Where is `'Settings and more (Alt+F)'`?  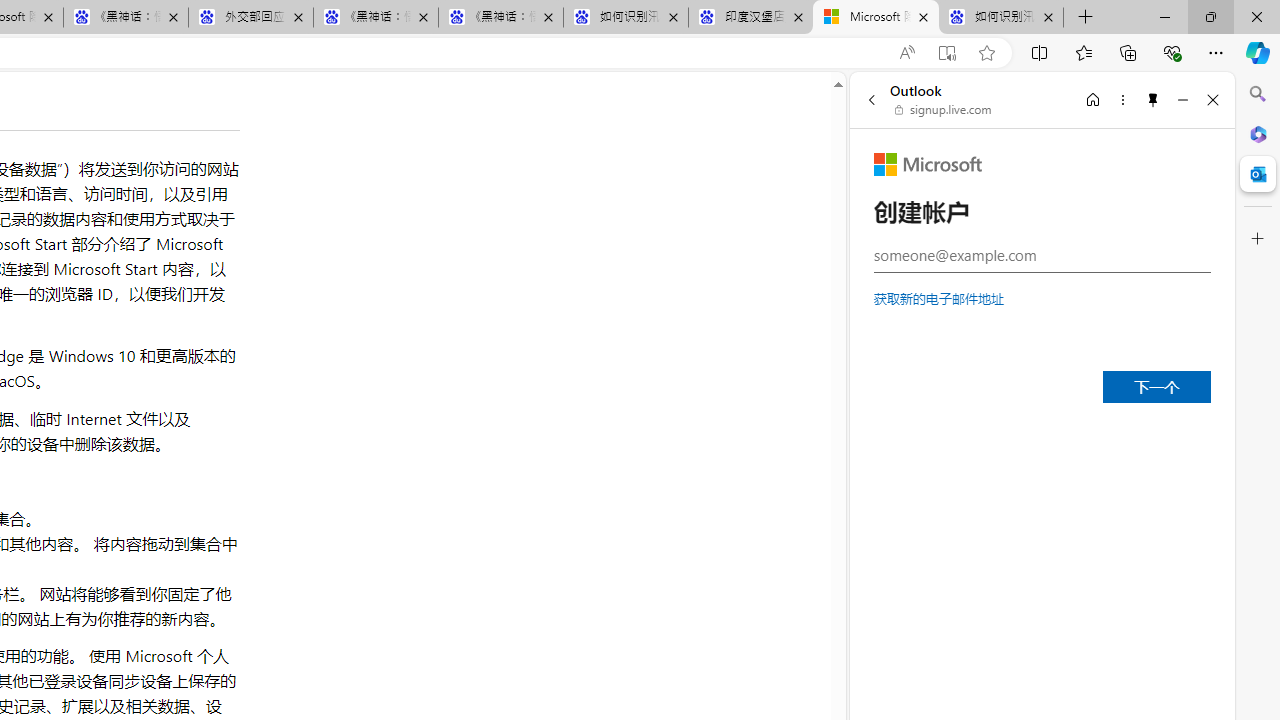 'Settings and more (Alt+F)' is located at coordinates (1215, 51).